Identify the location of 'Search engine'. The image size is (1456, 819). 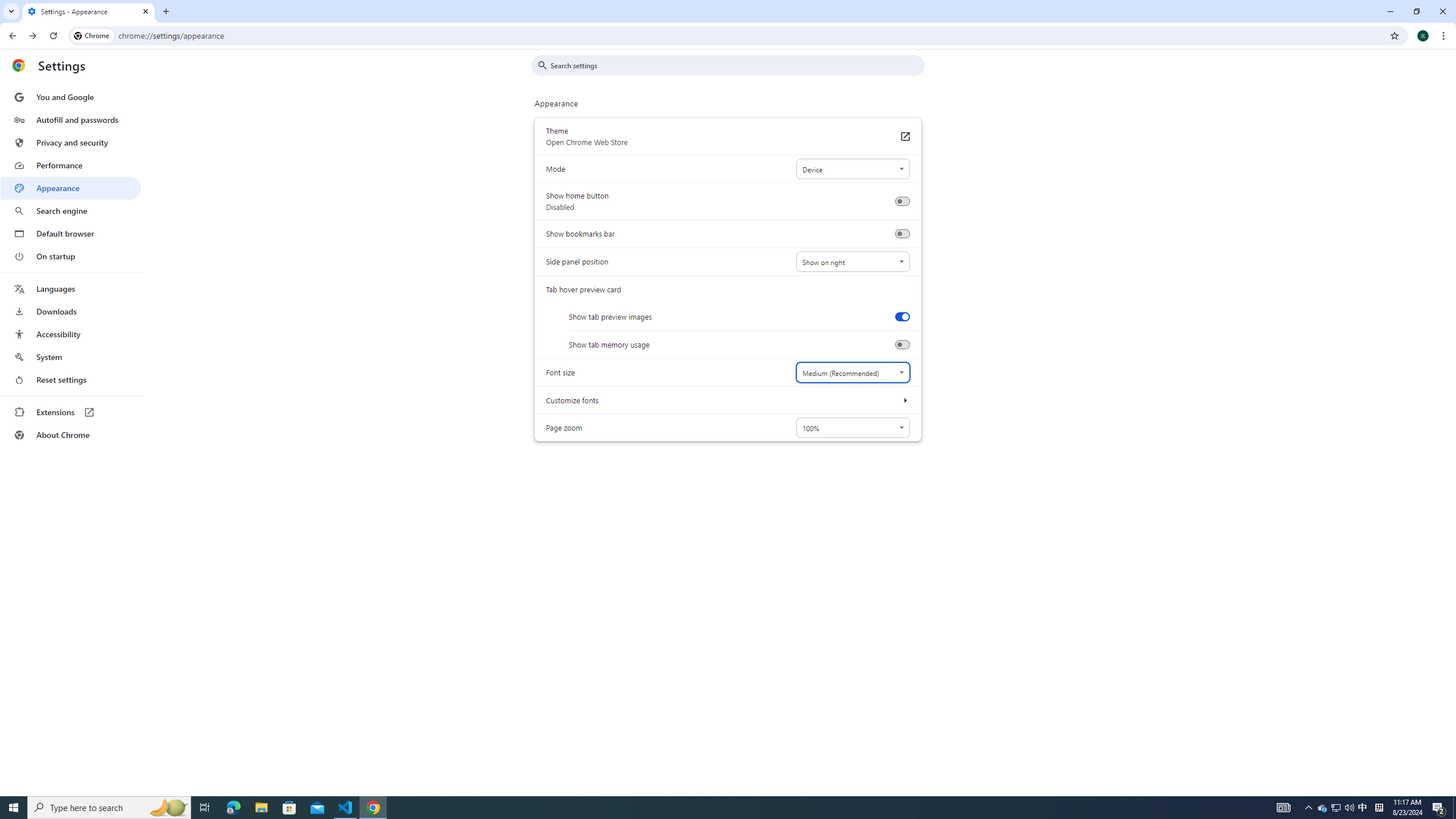
(70, 211).